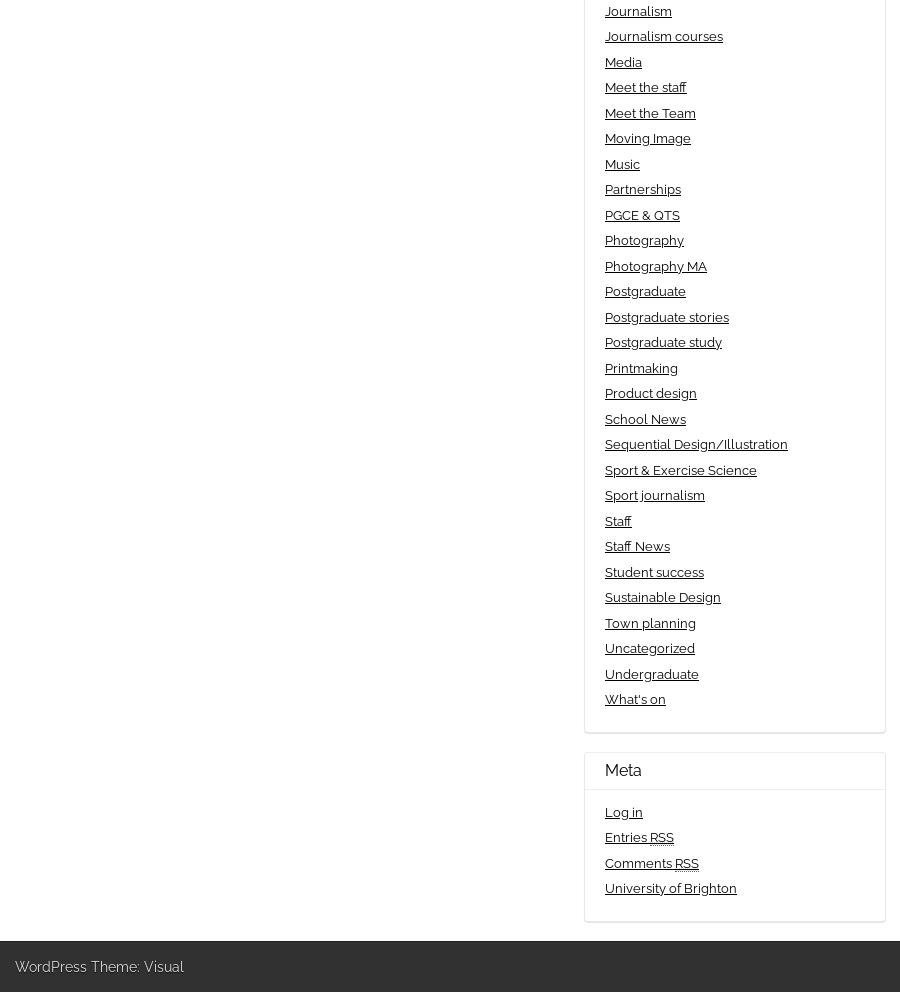 This screenshot has height=992, width=900. What do you see at coordinates (645, 417) in the screenshot?
I see `'School News'` at bounding box center [645, 417].